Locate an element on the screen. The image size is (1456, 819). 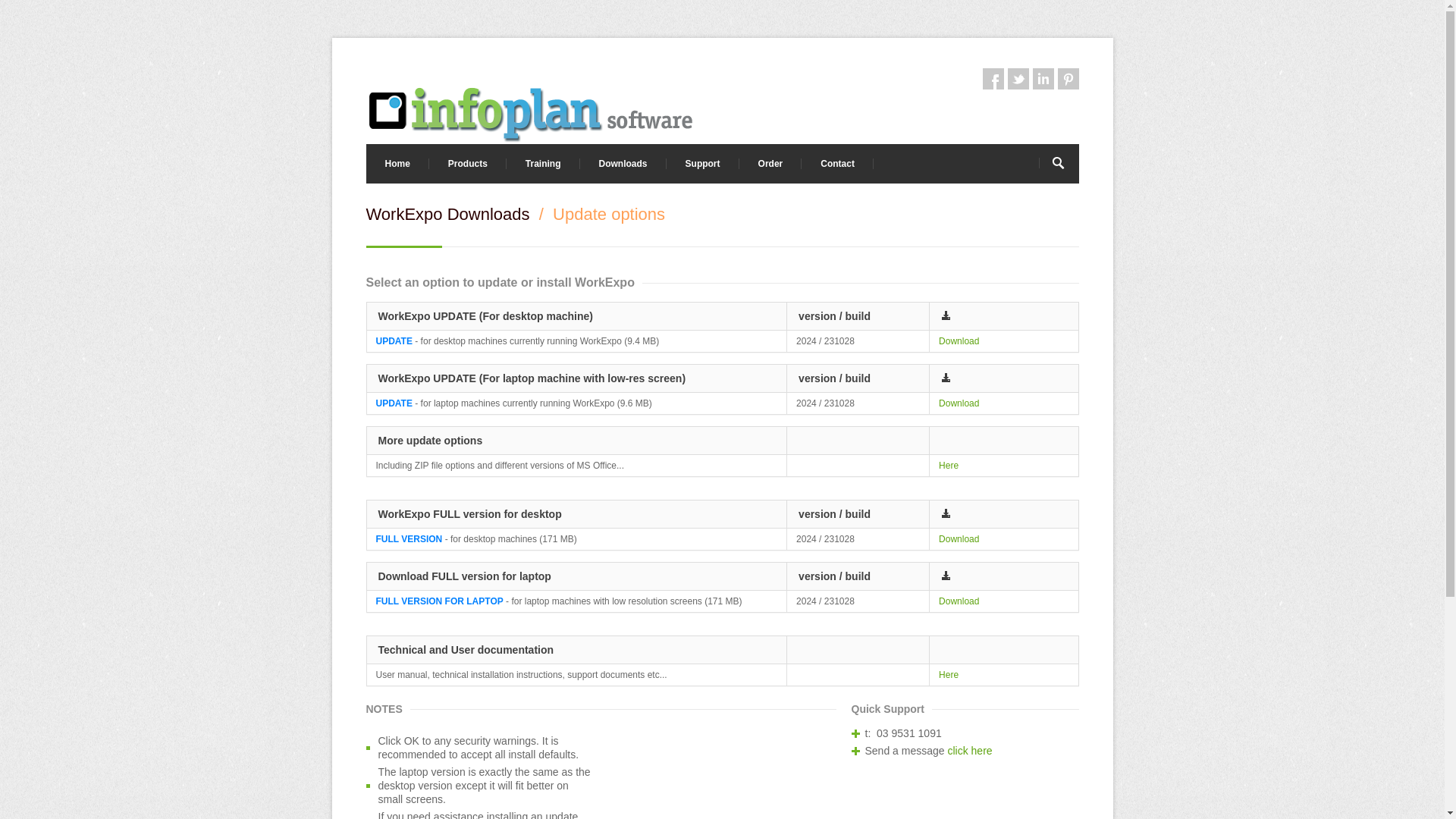
'Products' is located at coordinates (467, 164).